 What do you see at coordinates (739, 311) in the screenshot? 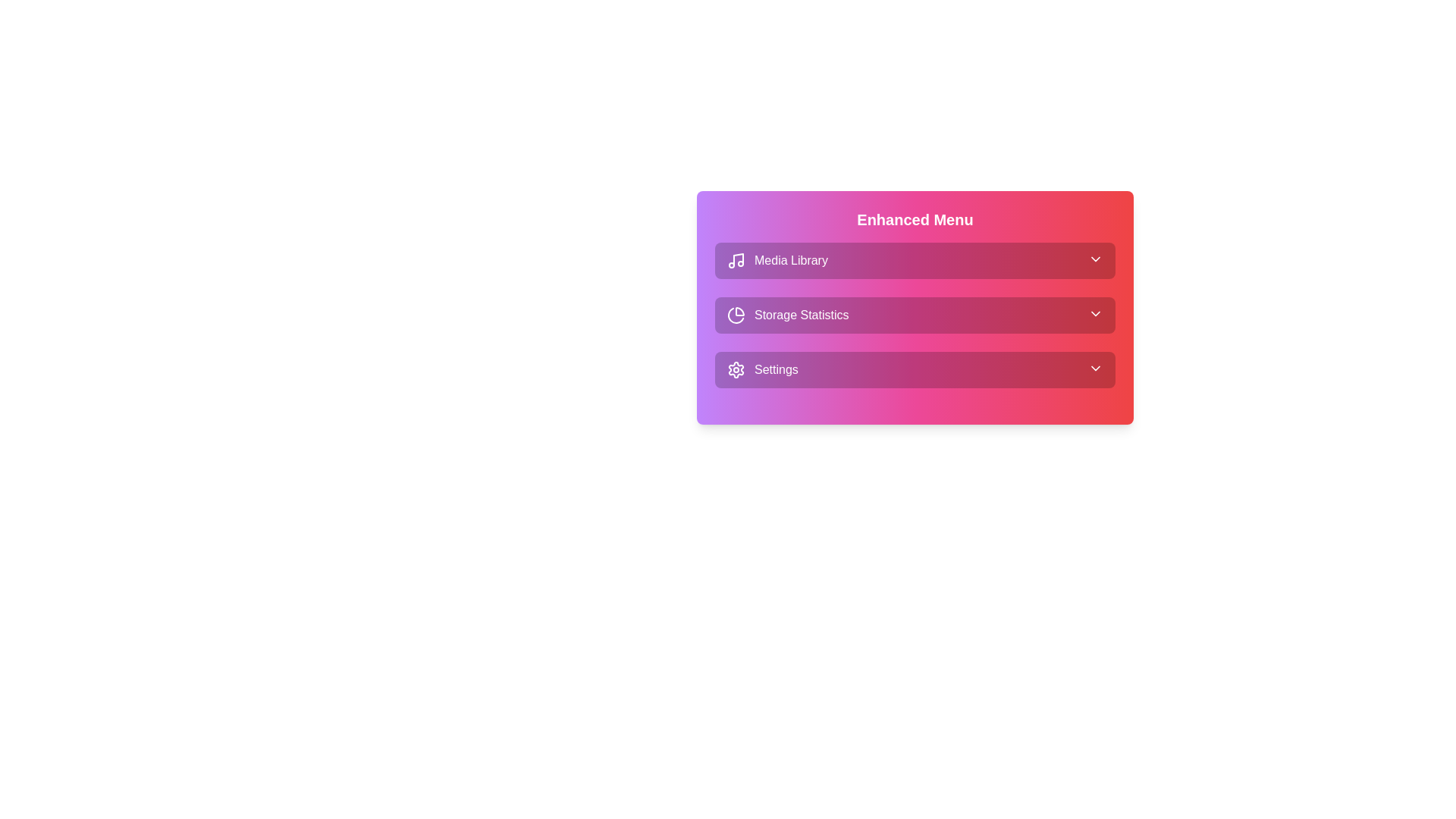
I see `the black circular sector of the pie chart icon representing the 'Storage Statistics' section in the Enhanced Menu` at bounding box center [739, 311].